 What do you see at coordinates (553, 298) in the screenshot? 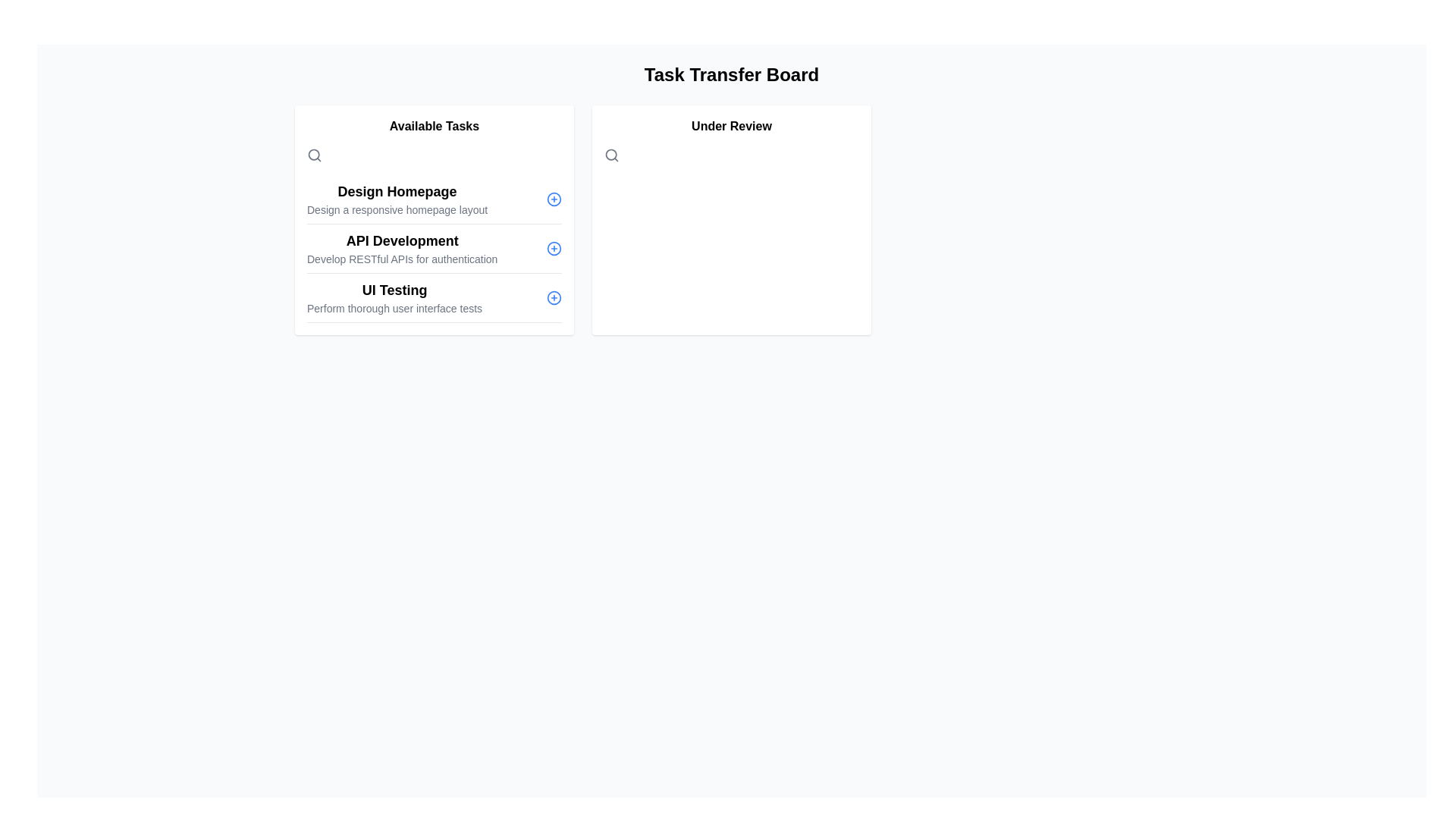
I see `the blue circular icon with a plus symbol, which is the rightmost element of the 'UI Testing' task item in the 'Available Tasks' column, to observe its visual feedback` at bounding box center [553, 298].